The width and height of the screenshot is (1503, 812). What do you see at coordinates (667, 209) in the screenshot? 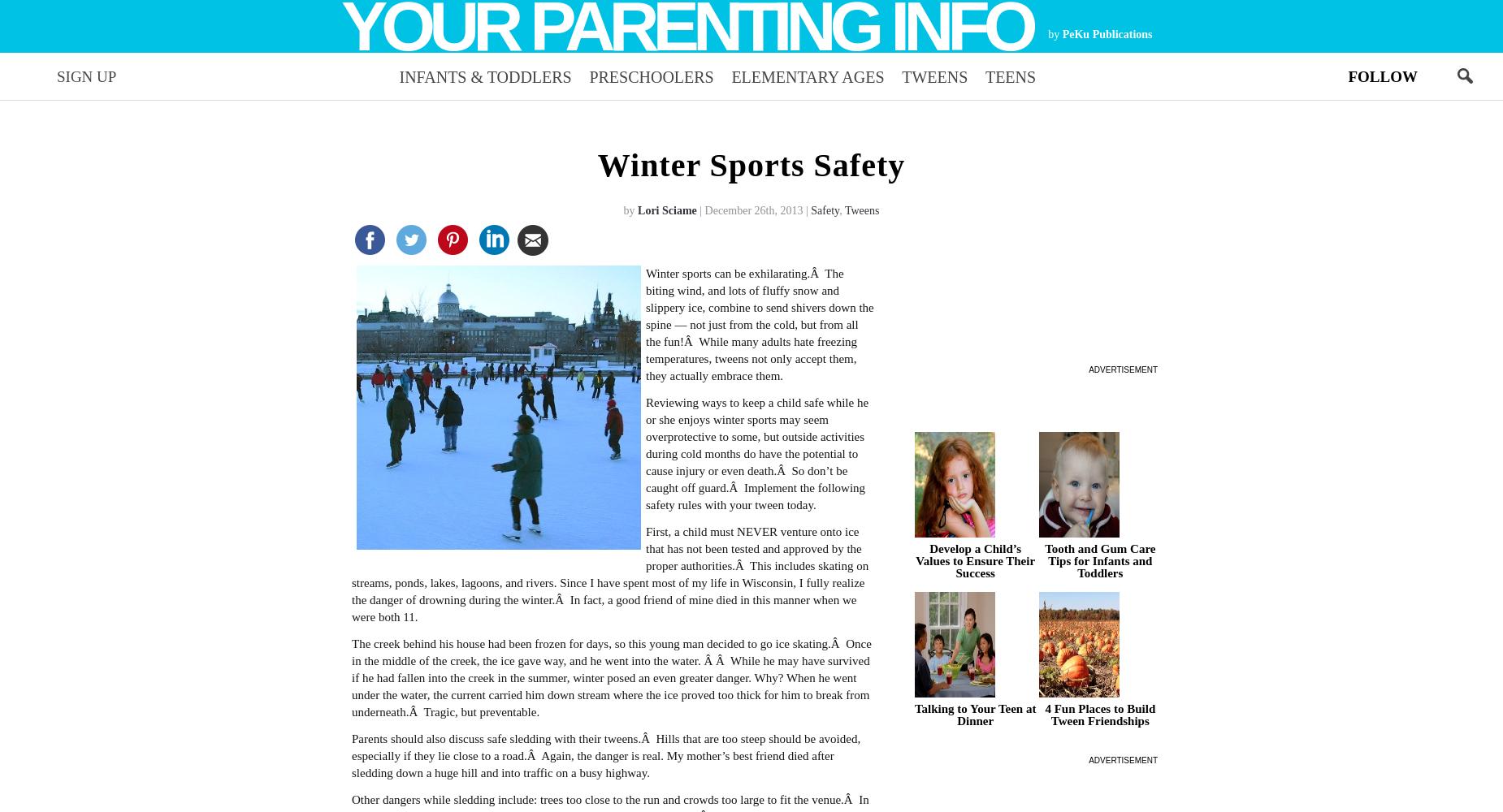
I see `'Lori Sciame'` at bounding box center [667, 209].